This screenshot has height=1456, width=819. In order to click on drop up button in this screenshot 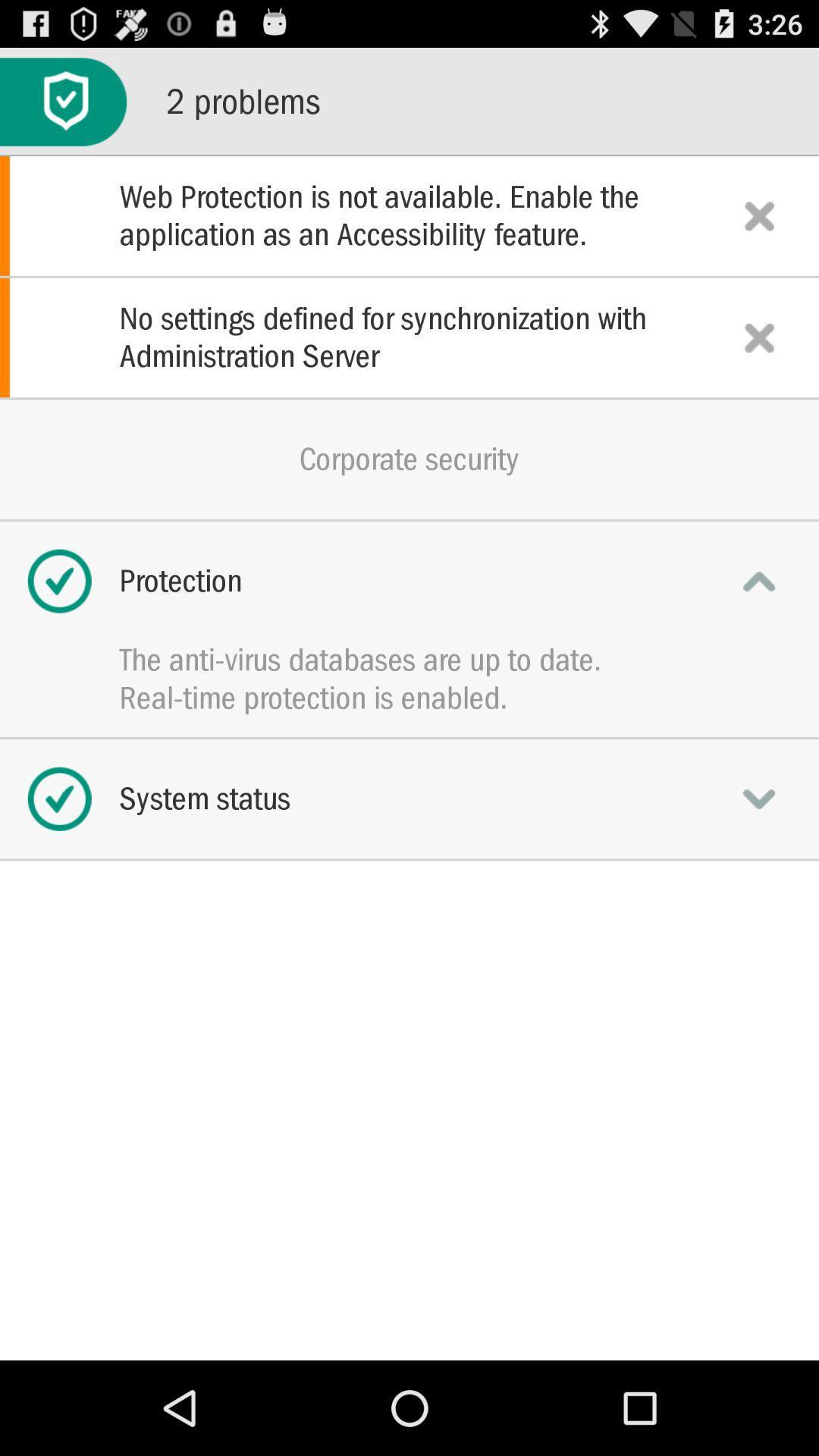, I will do `click(759, 580)`.